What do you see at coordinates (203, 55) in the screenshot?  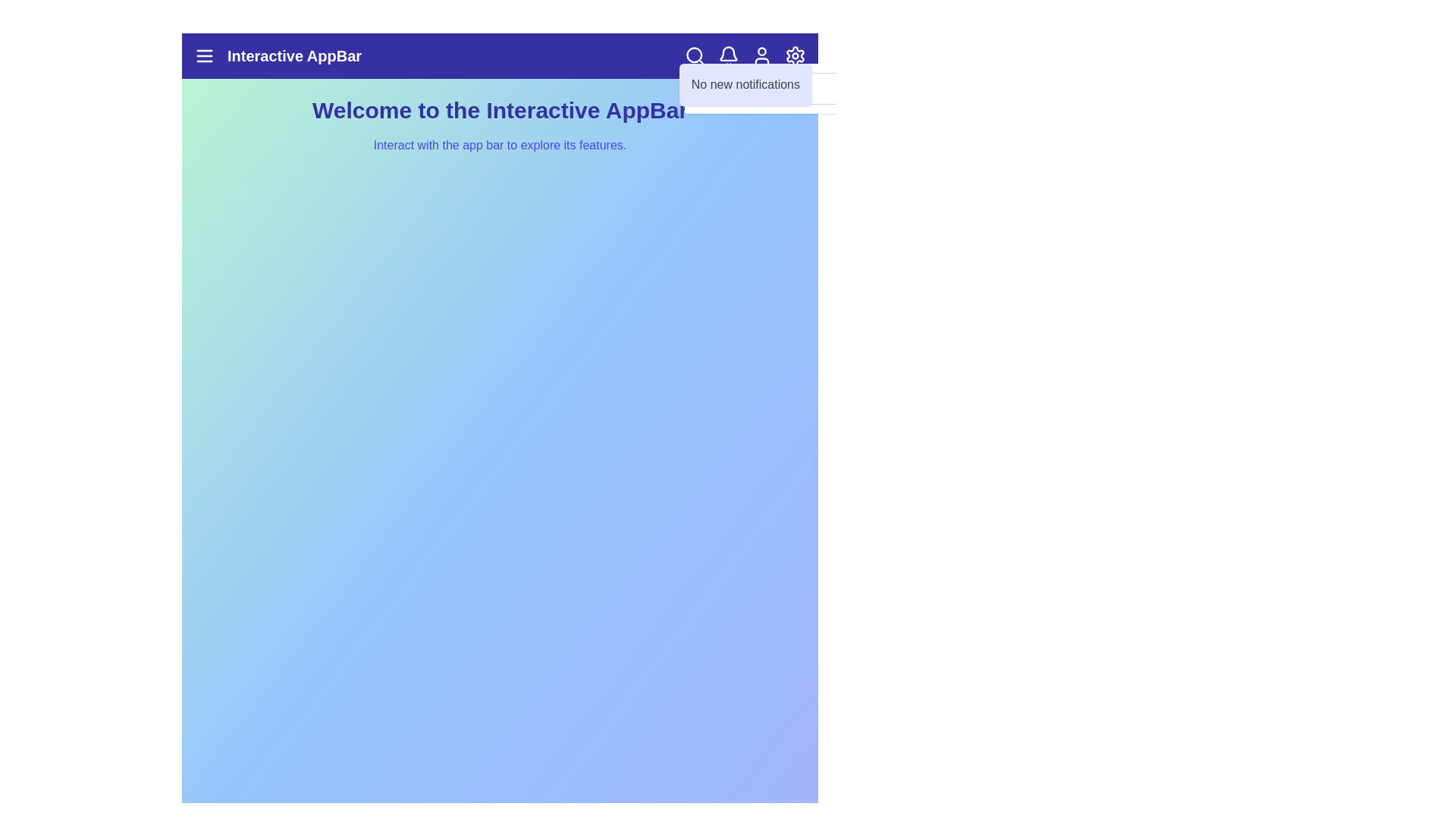 I see `the menu icon to open the main menu` at bounding box center [203, 55].